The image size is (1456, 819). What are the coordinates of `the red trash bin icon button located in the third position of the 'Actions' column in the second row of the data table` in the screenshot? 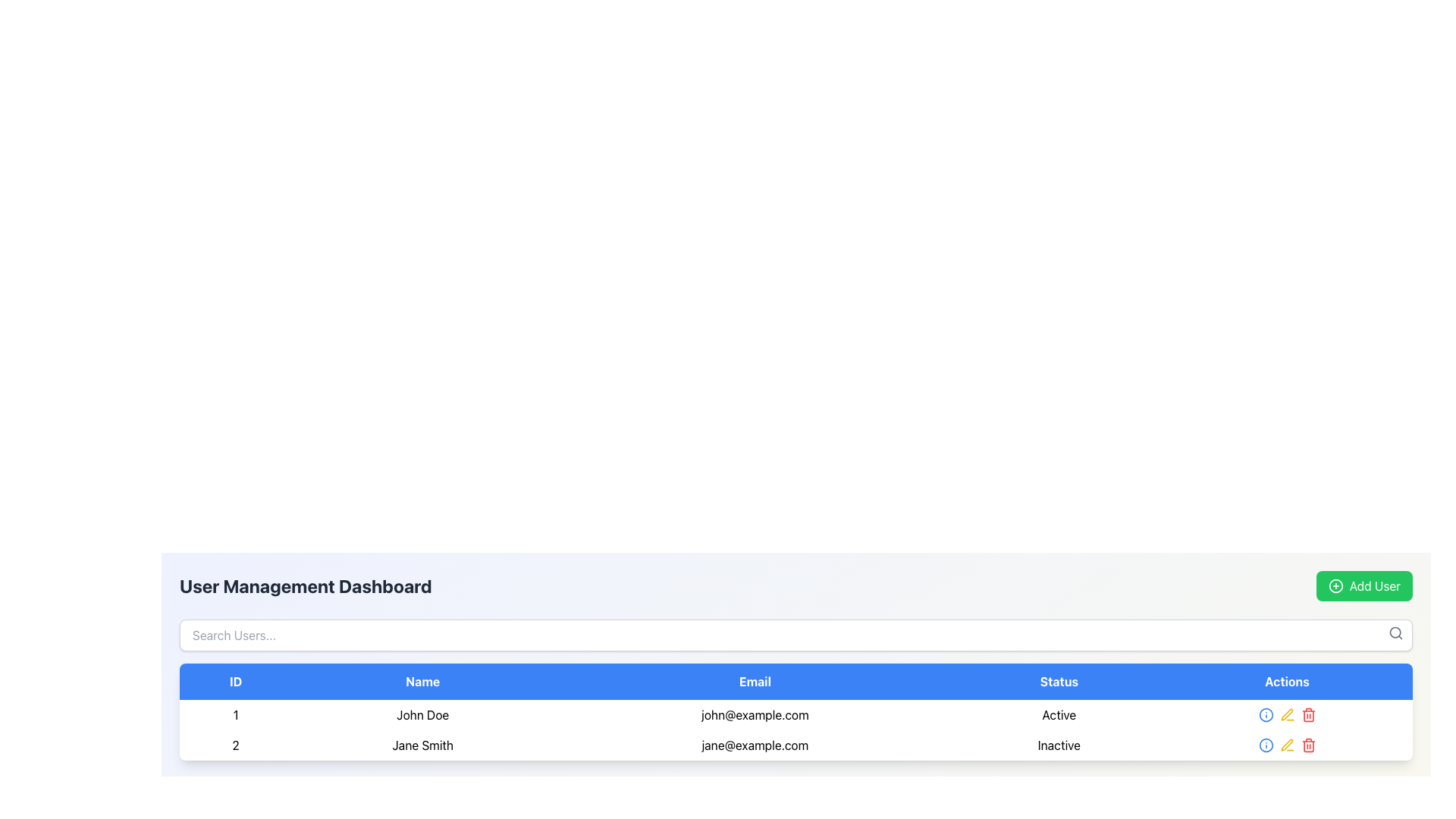 It's located at (1307, 745).